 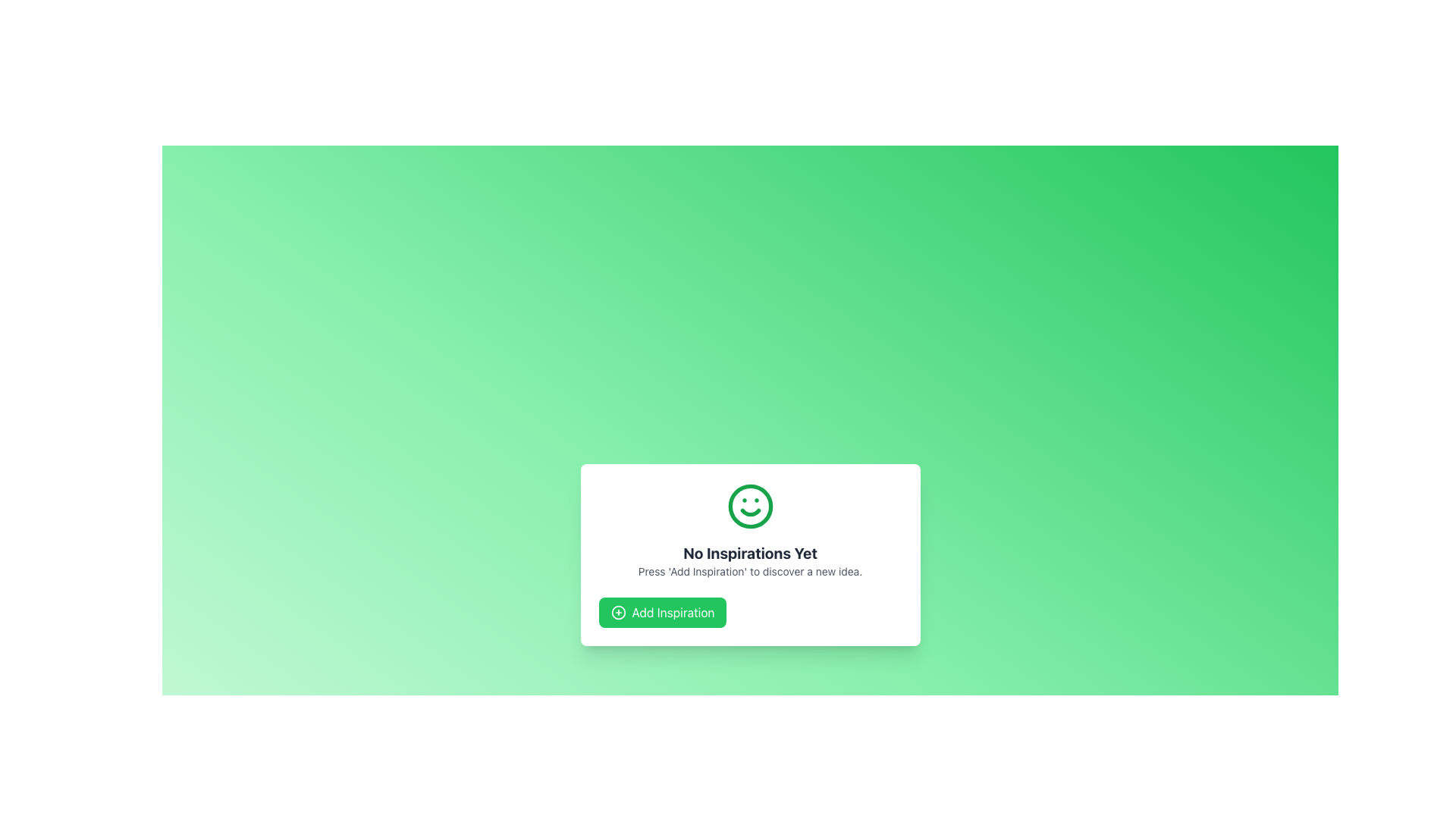 I want to click on the circular smiley face icon with green strokes, which is centrally aligned above the text 'No Inspirations Yet' in the modal, so click(x=750, y=506).